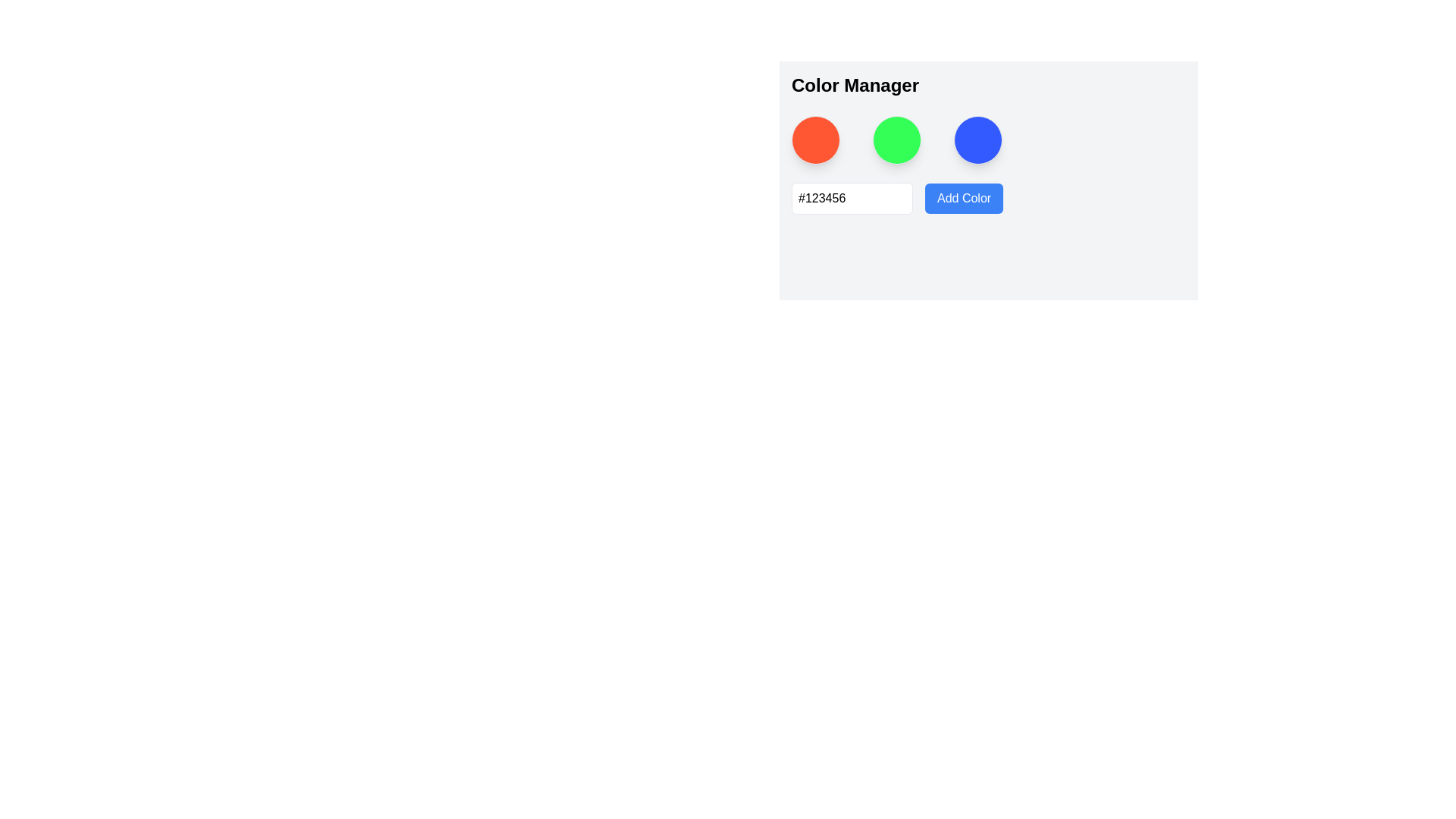 This screenshot has width=1456, height=819. What do you see at coordinates (963, 198) in the screenshot?
I see `the button that adds the color entered in the adjacent text input field` at bounding box center [963, 198].